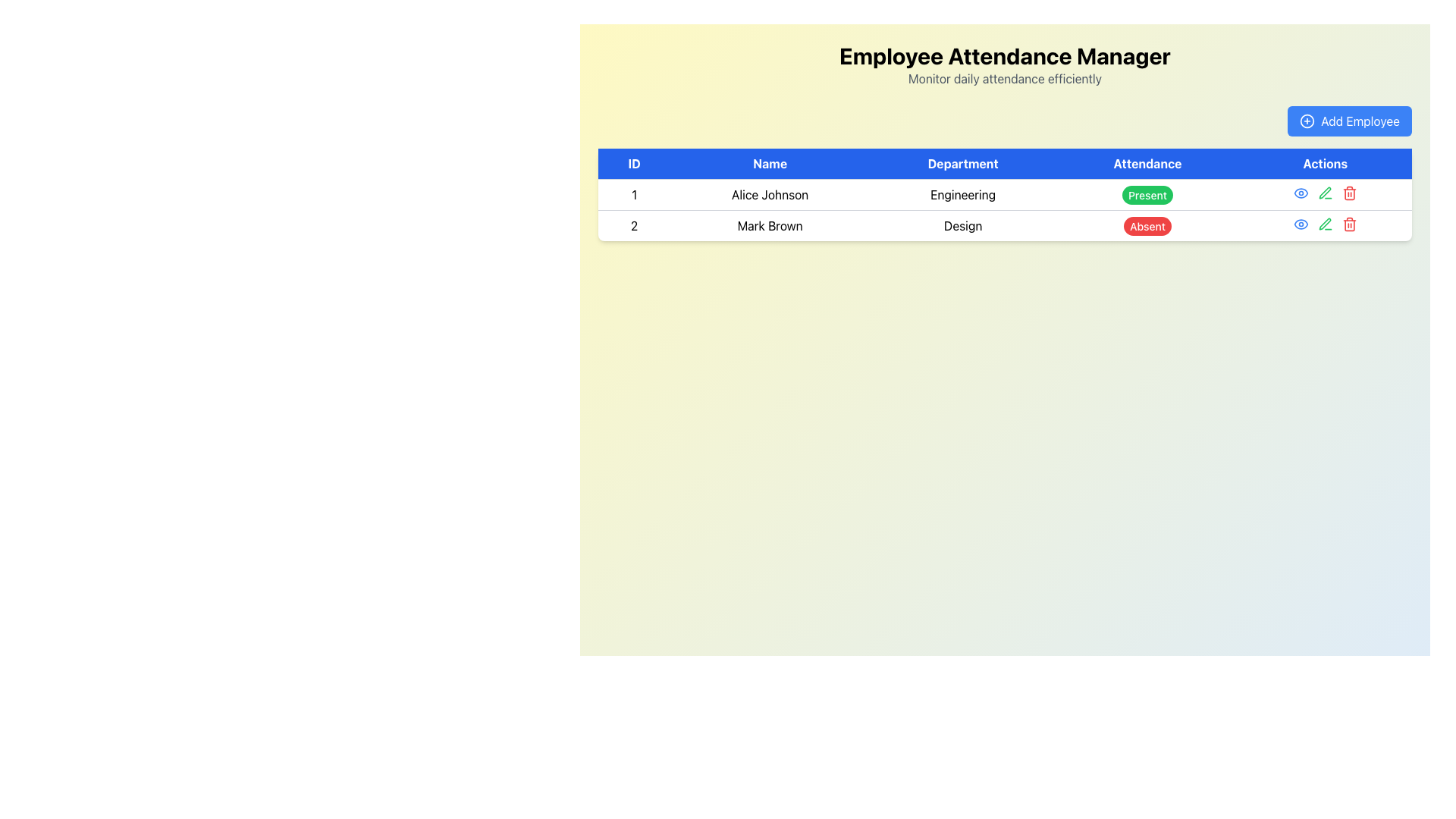  Describe the element at coordinates (1300, 192) in the screenshot. I see `the eye icon vector graphic in the 'Actions' column of the second row of the attendance table` at that location.